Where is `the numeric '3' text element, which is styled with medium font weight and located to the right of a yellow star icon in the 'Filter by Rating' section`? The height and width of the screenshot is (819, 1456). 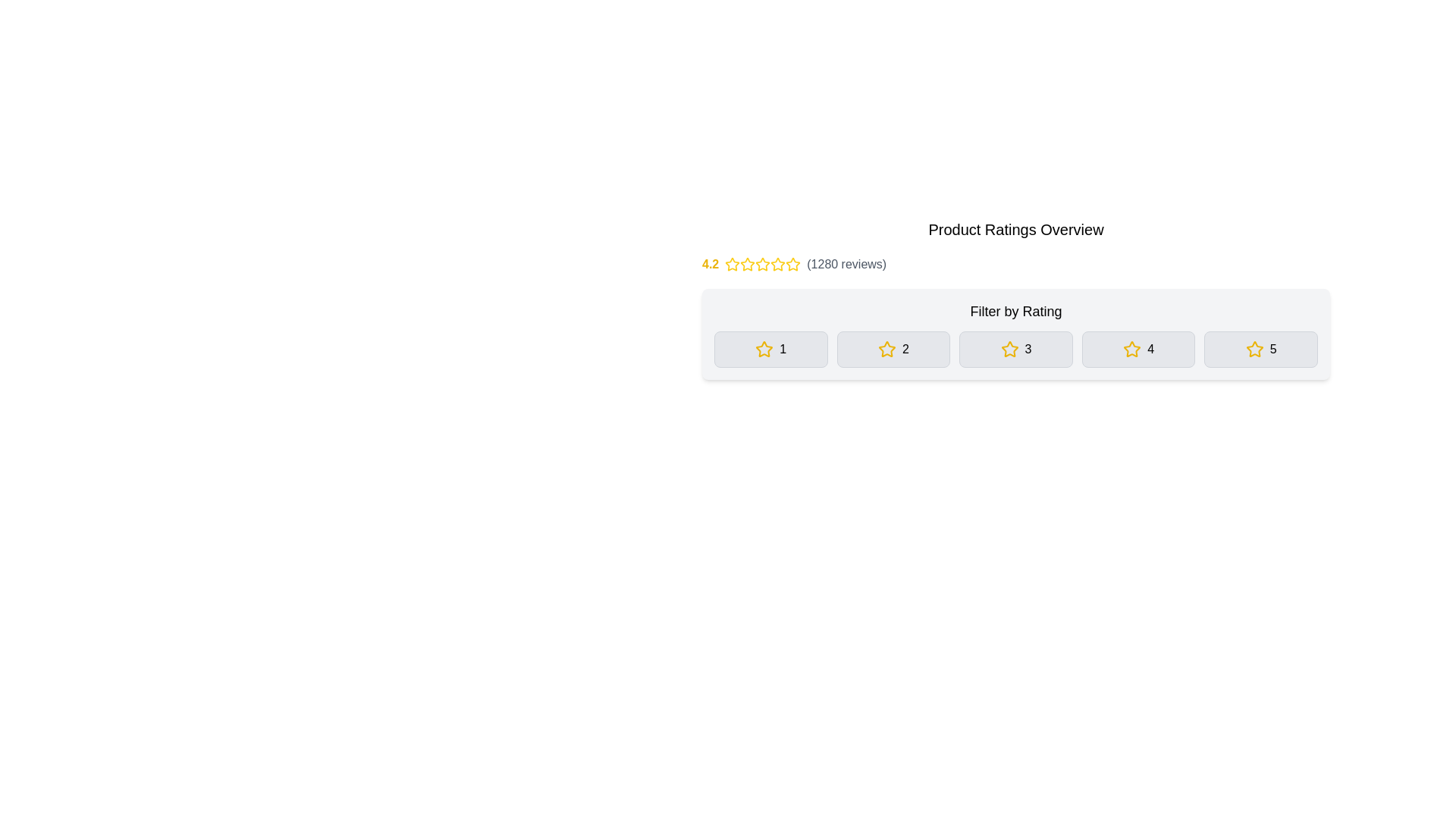 the numeric '3' text element, which is styled with medium font weight and located to the right of a yellow star icon in the 'Filter by Rating' section is located at coordinates (1028, 350).